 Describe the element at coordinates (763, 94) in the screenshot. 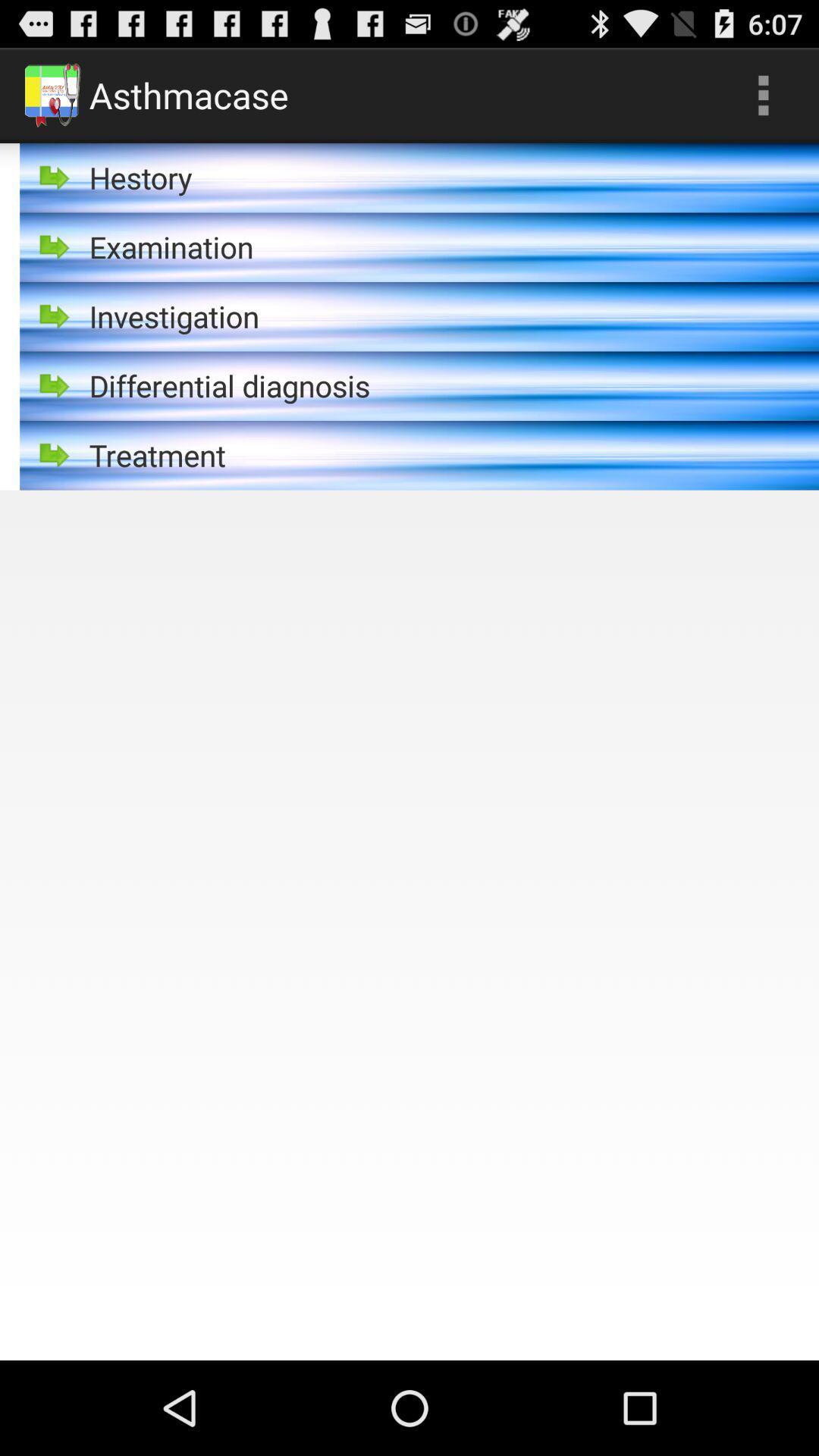

I see `app to the right of asthmacase item` at that location.